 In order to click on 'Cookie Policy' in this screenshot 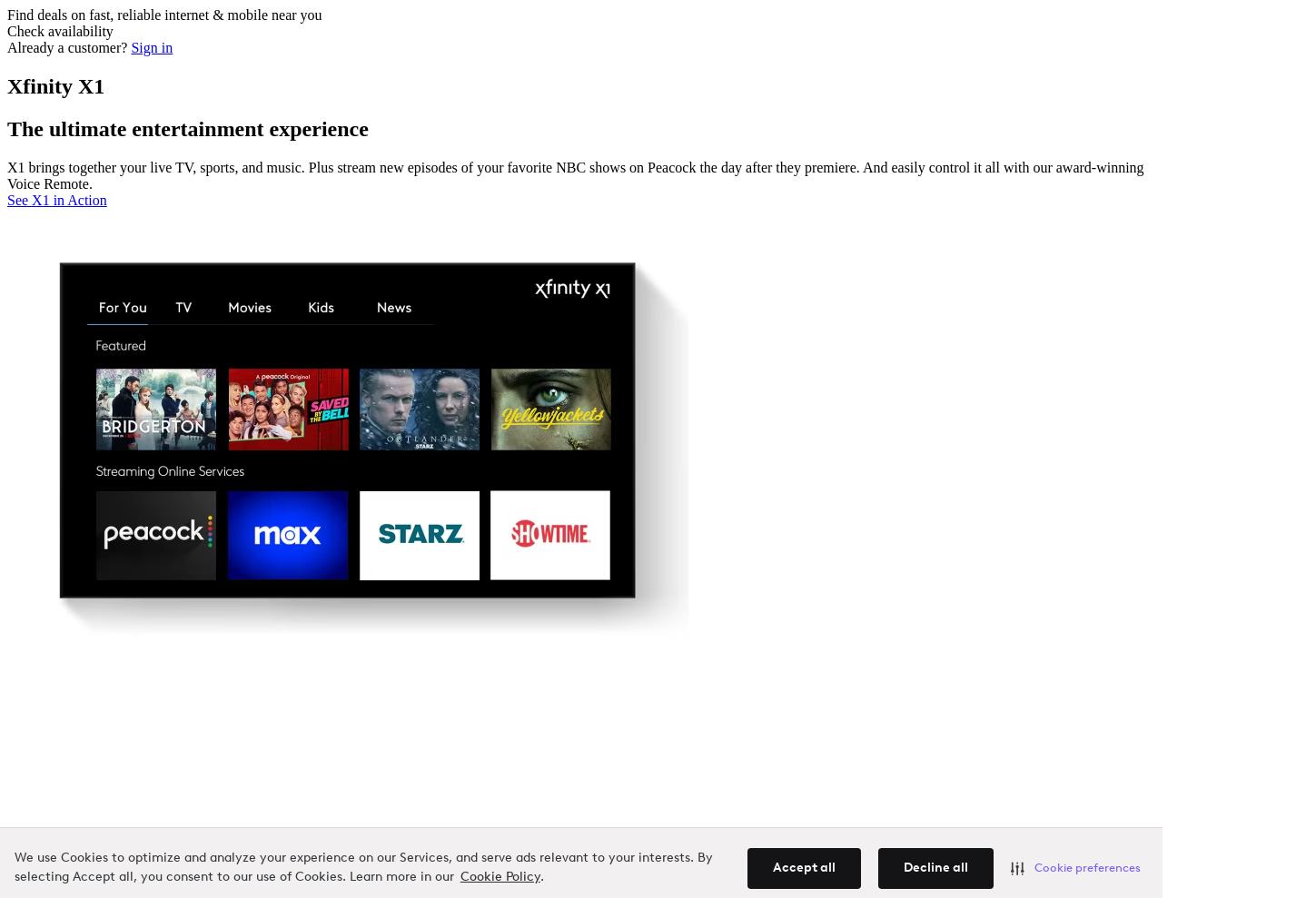, I will do `click(459, 877)`.